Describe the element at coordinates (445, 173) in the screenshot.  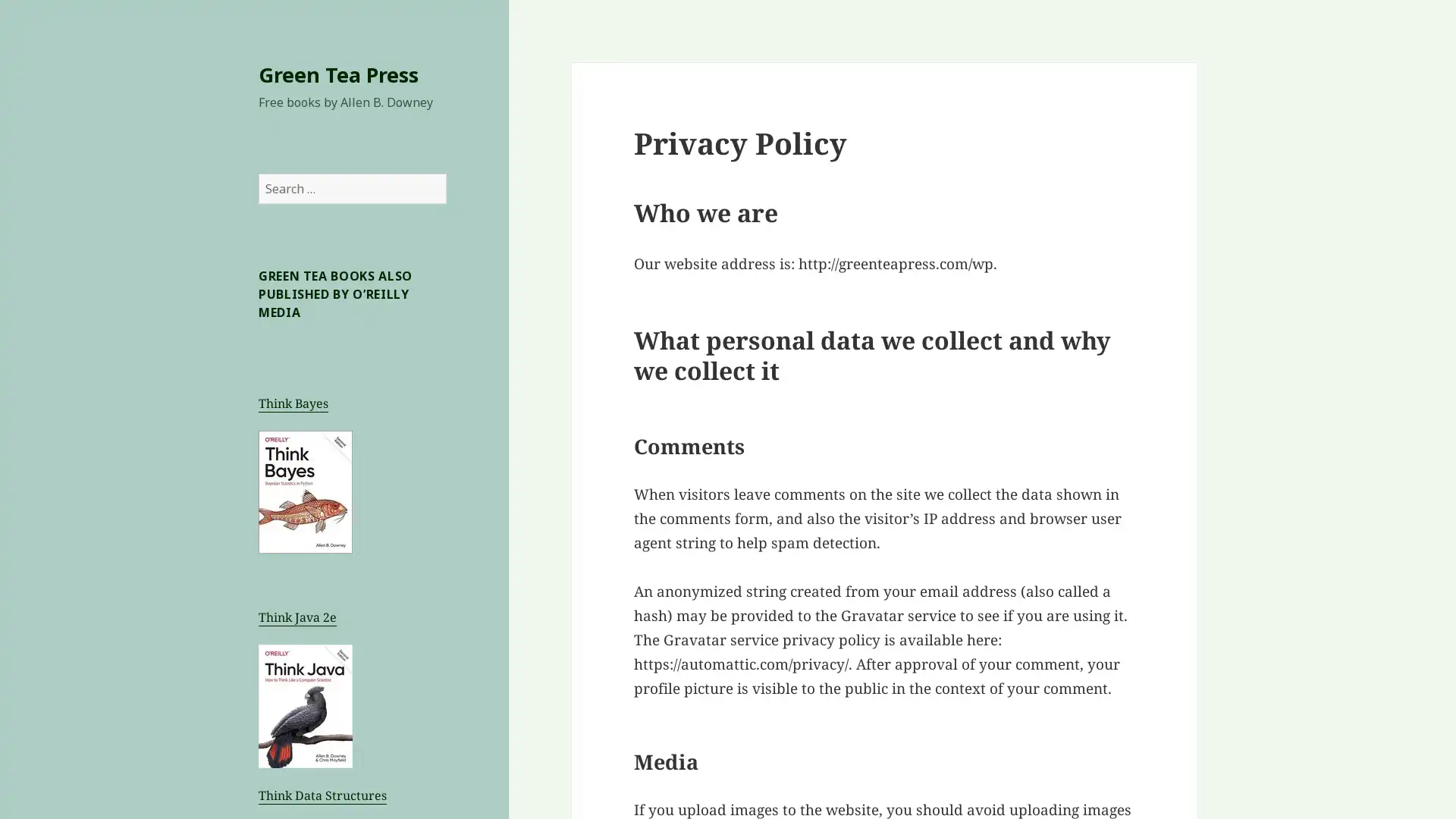
I see `Search` at that location.